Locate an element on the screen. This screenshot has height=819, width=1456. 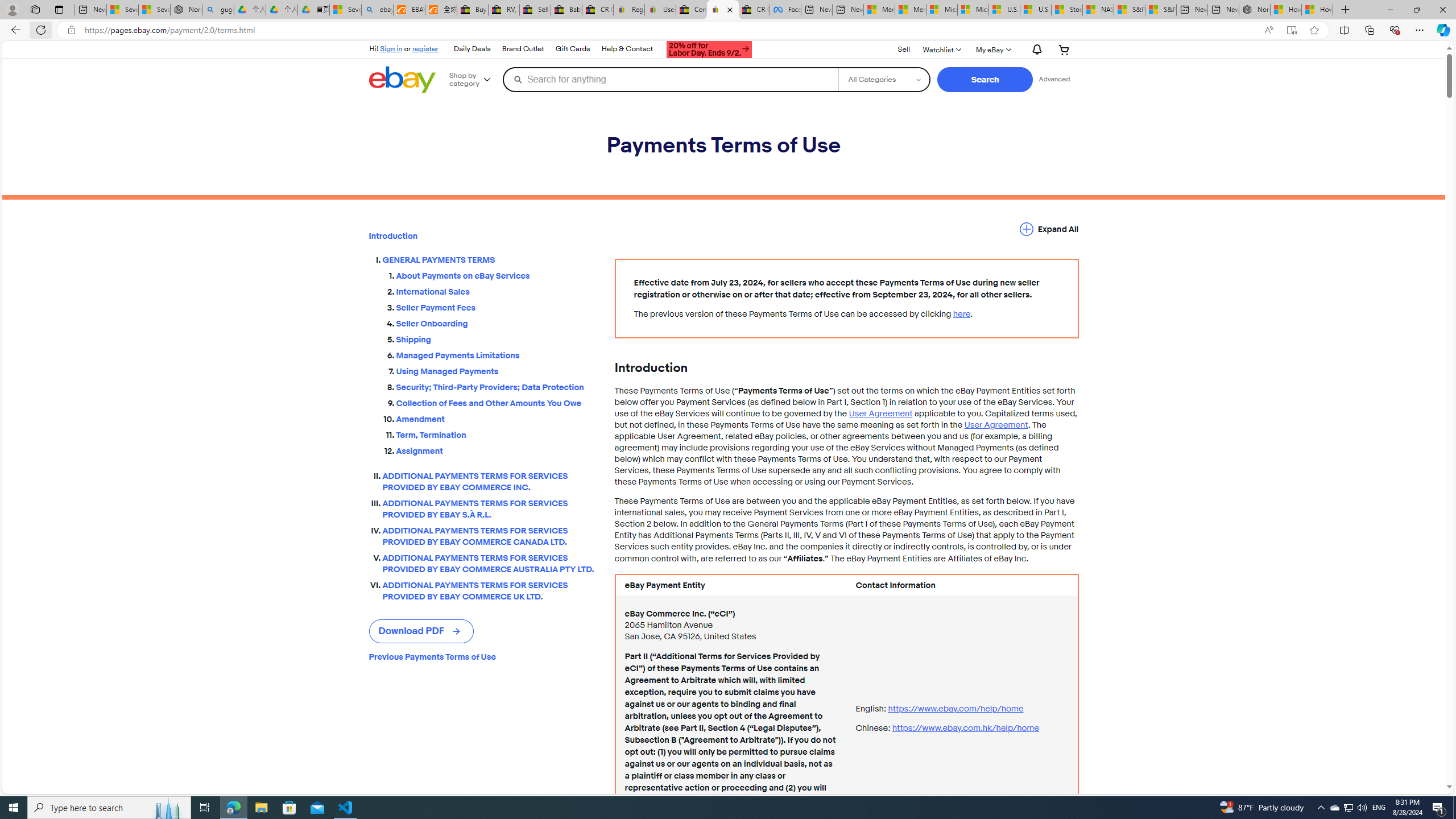
'here' is located at coordinates (961, 313).